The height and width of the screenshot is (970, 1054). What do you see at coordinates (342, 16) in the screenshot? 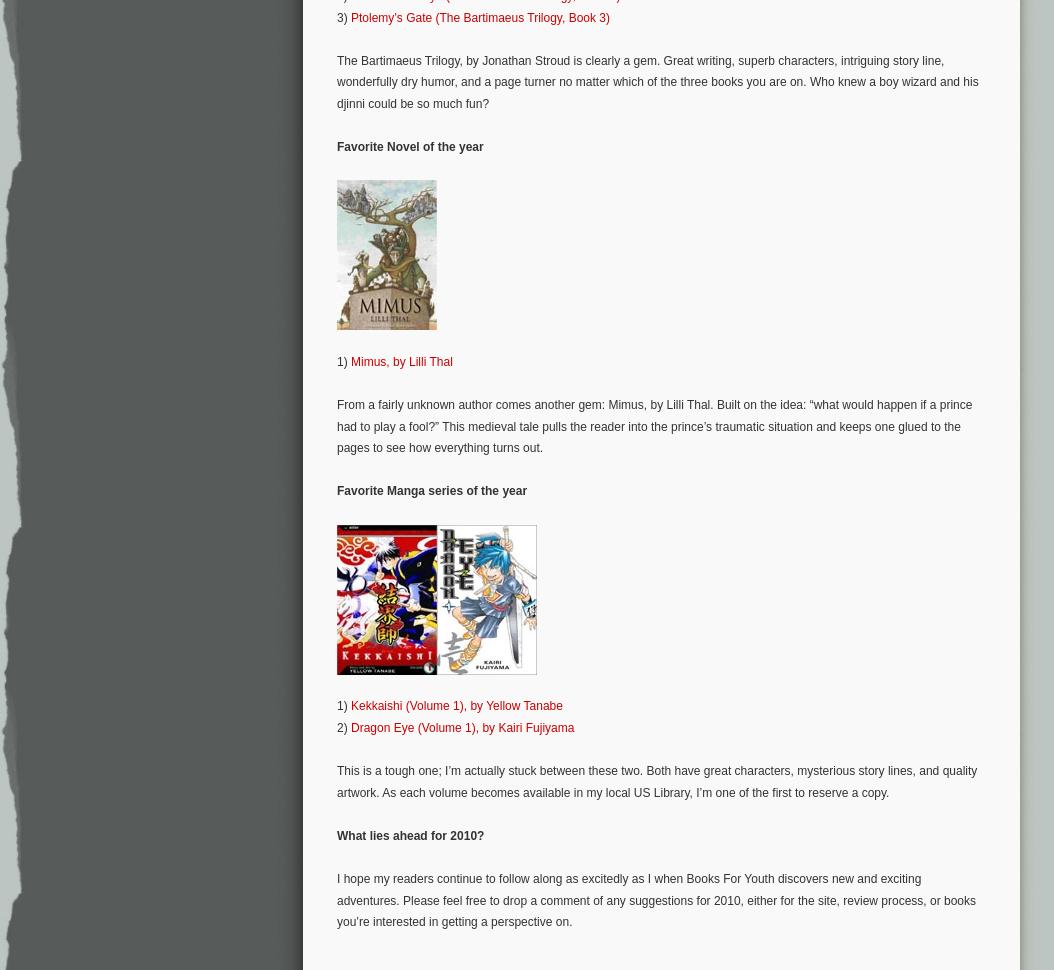
I see `'3)'` at bounding box center [342, 16].